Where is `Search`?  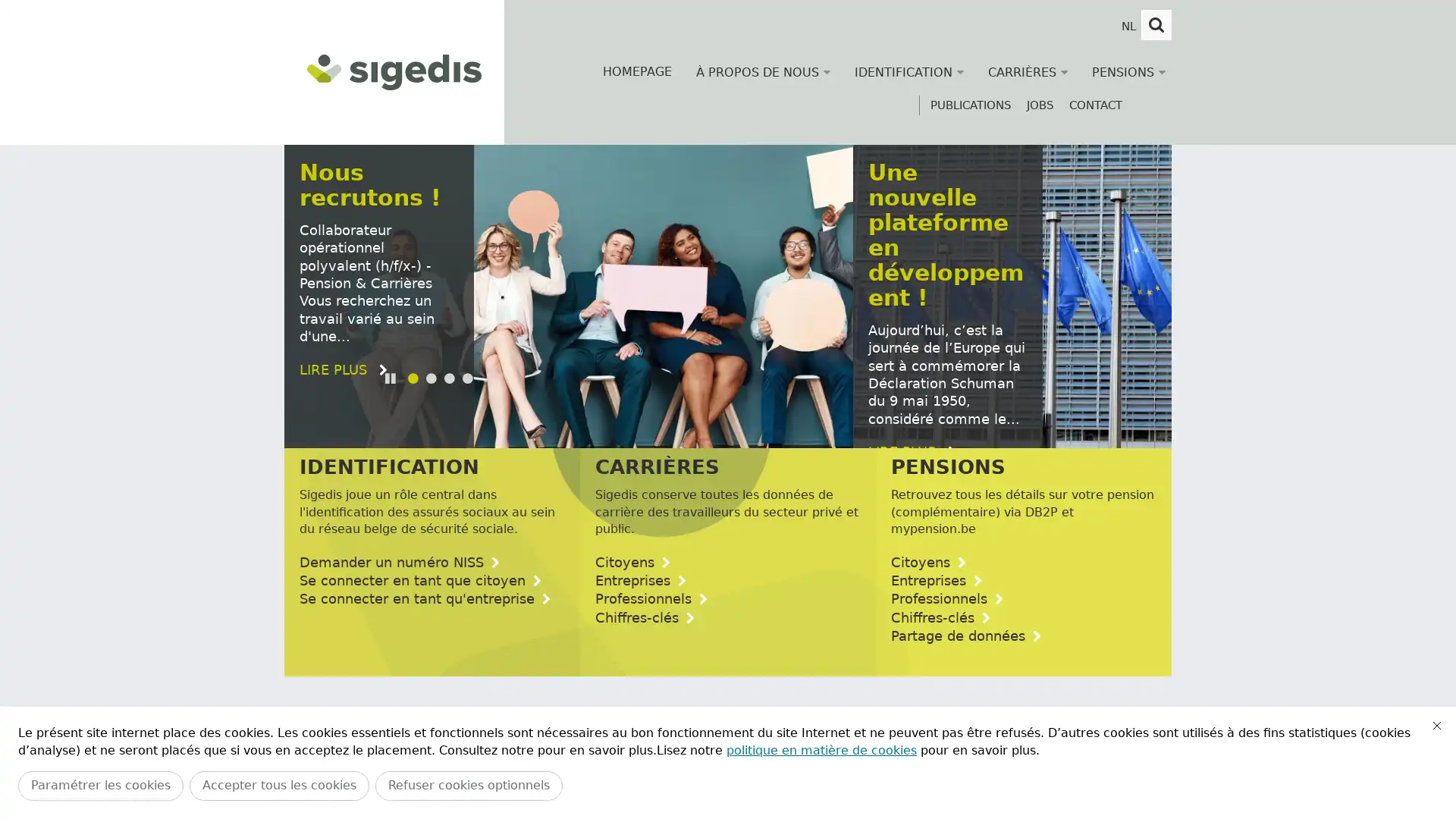
Search is located at coordinates (1156, 25).